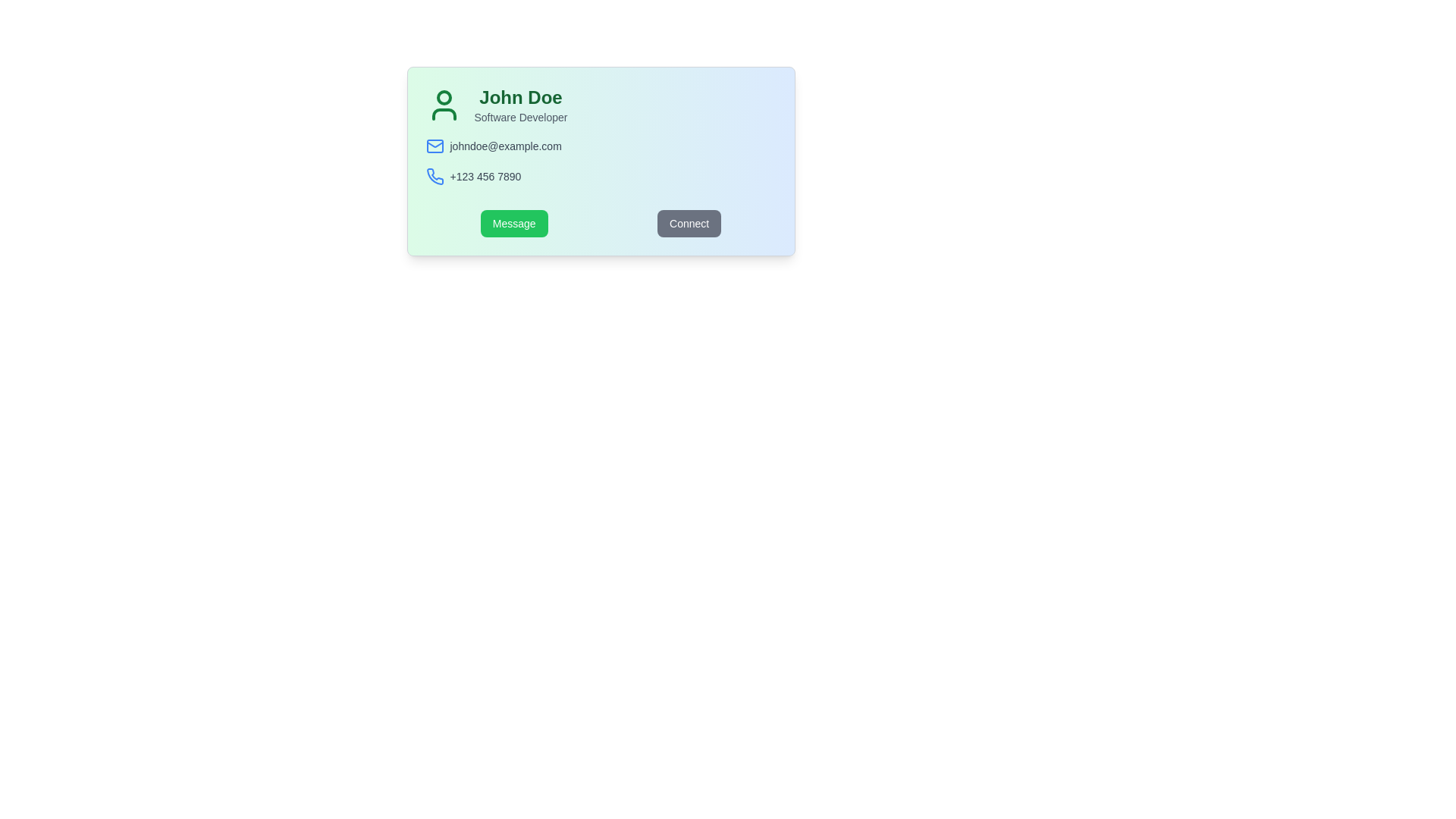 Image resolution: width=1456 pixels, height=819 pixels. I want to click on the Text label that displays the job title or role description associated with the user 'John Doe', located in the top-left section of the user detail card, directly below the 'John Doe' text, so click(520, 116).